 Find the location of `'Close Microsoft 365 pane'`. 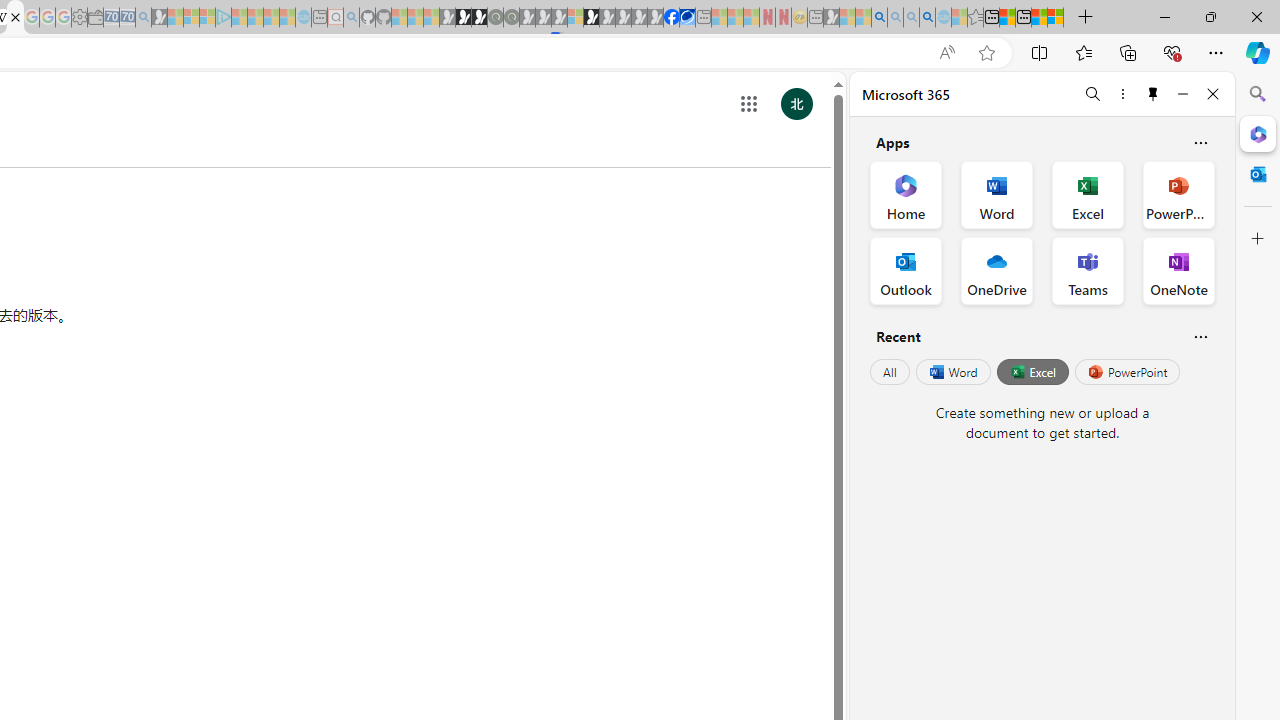

'Close Microsoft 365 pane' is located at coordinates (1257, 133).